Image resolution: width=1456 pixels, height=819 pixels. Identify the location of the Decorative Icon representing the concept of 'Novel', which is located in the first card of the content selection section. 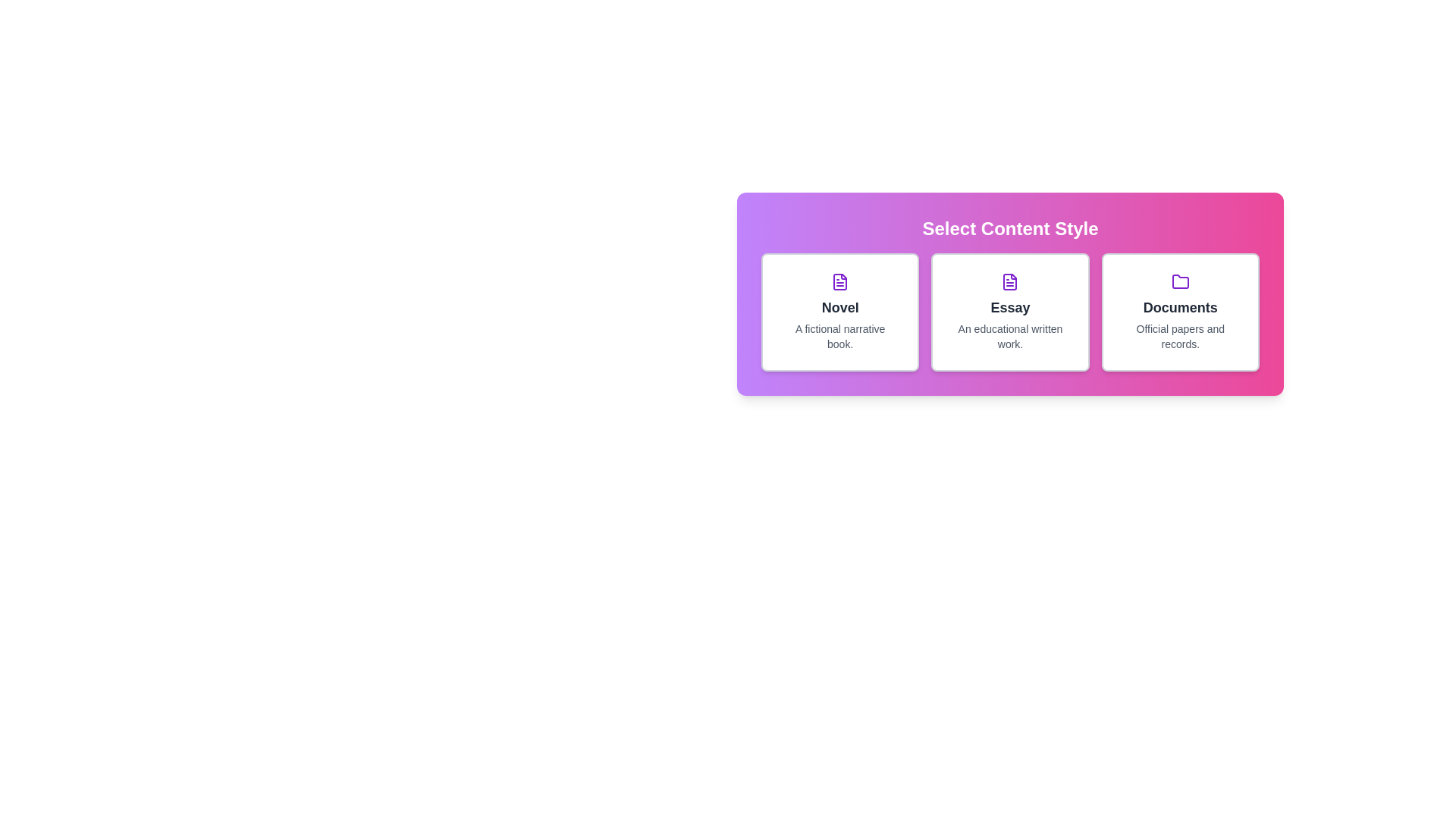
(839, 281).